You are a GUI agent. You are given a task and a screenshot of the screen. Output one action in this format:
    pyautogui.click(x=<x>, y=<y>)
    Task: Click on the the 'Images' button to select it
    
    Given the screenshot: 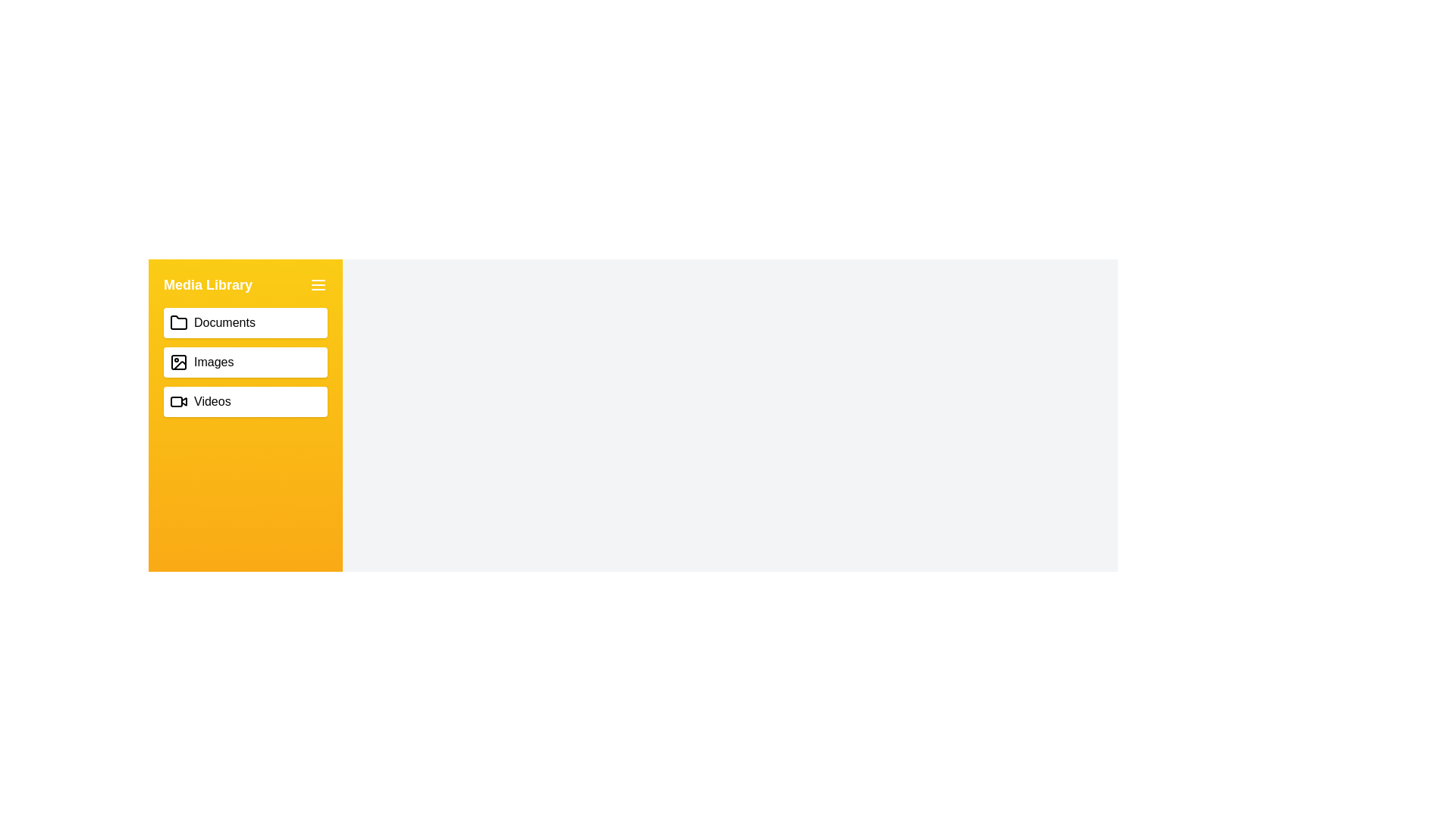 What is the action you would take?
    pyautogui.click(x=246, y=362)
    